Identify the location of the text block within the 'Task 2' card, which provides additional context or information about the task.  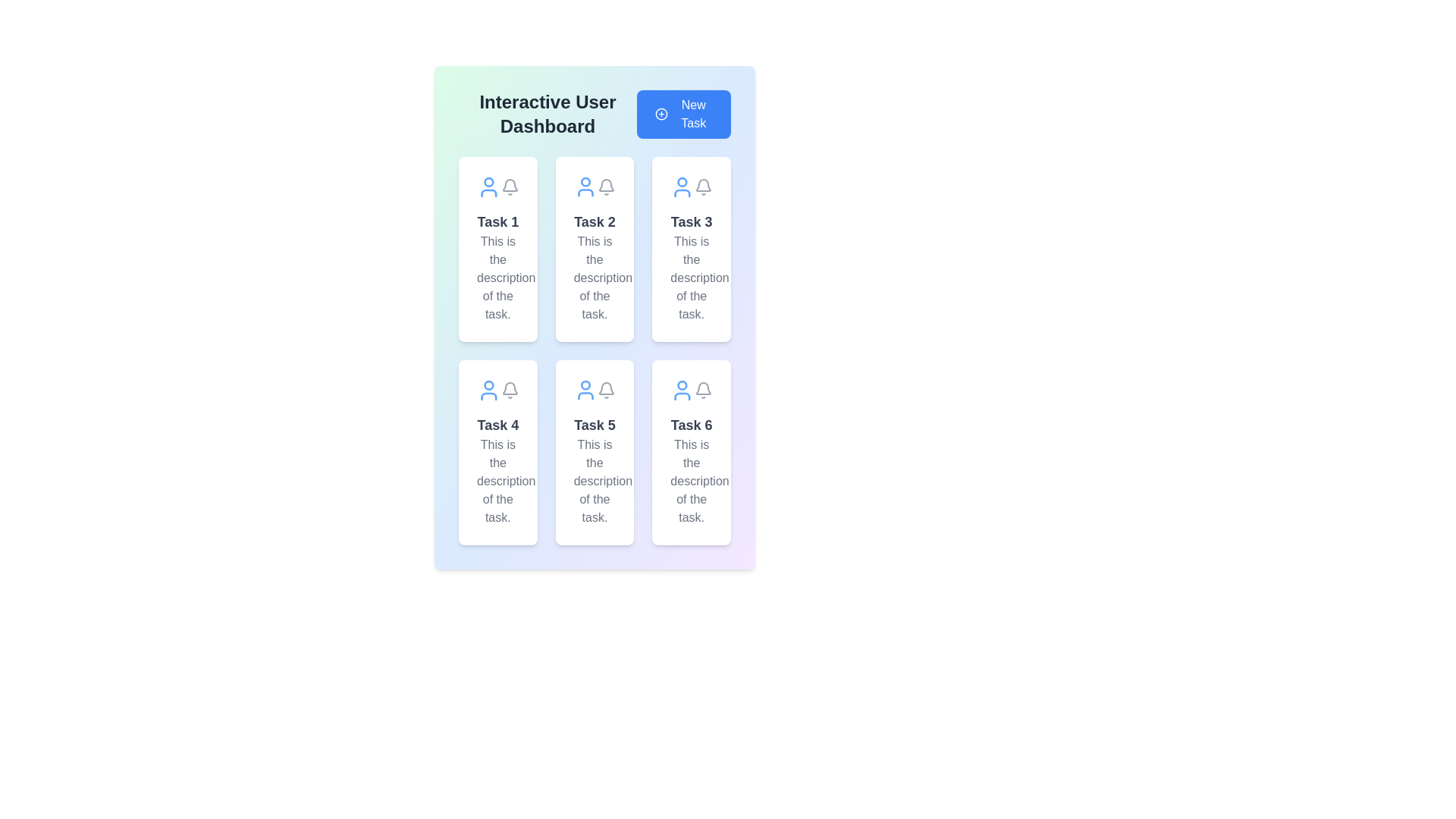
(594, 278).